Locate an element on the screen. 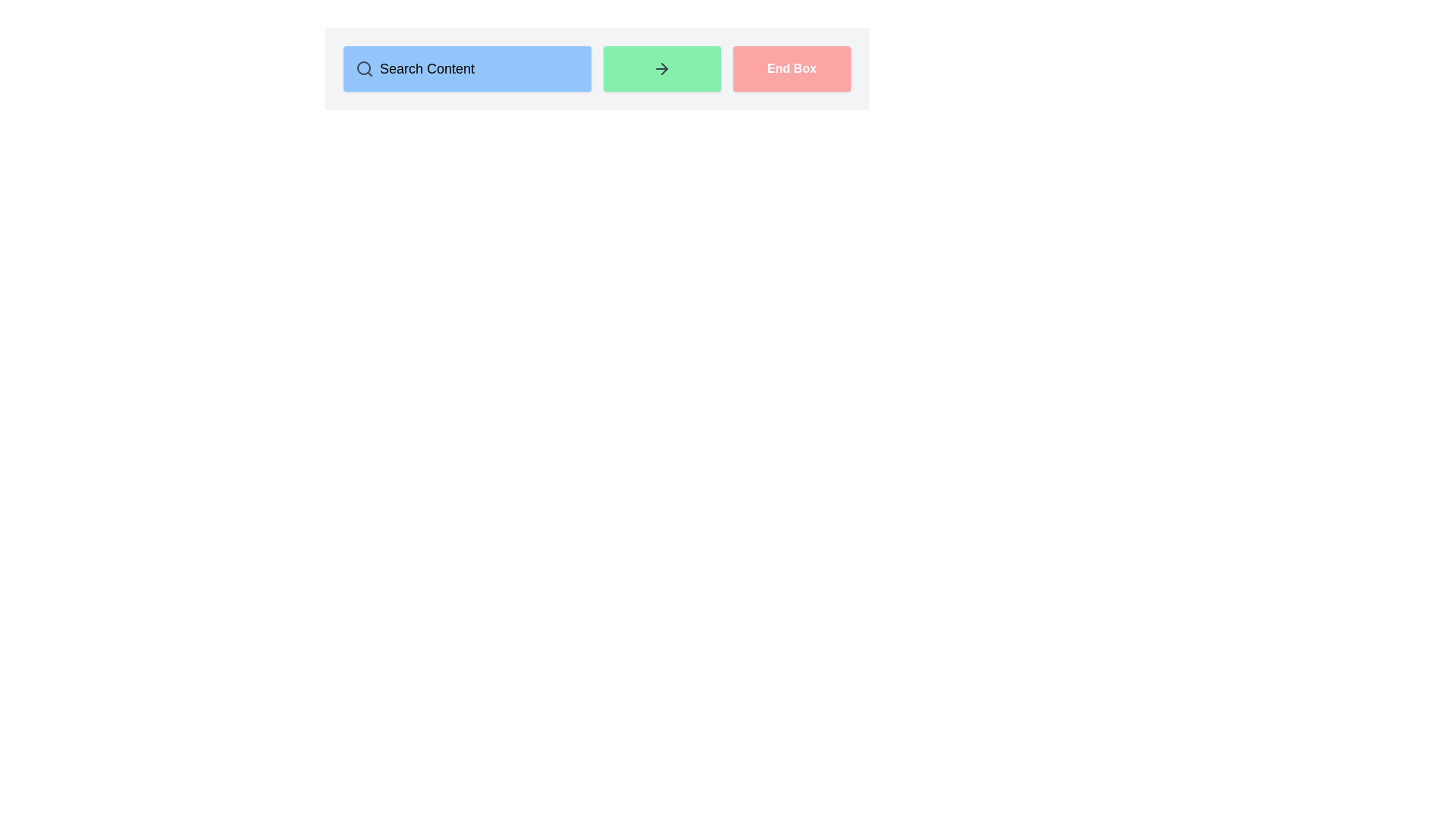 This screenshot has height=819, width=1456. the circular element in the magnifying glass icon, which is part of the 'Search Content' button located at the far left is located at coordinates (364, 67).